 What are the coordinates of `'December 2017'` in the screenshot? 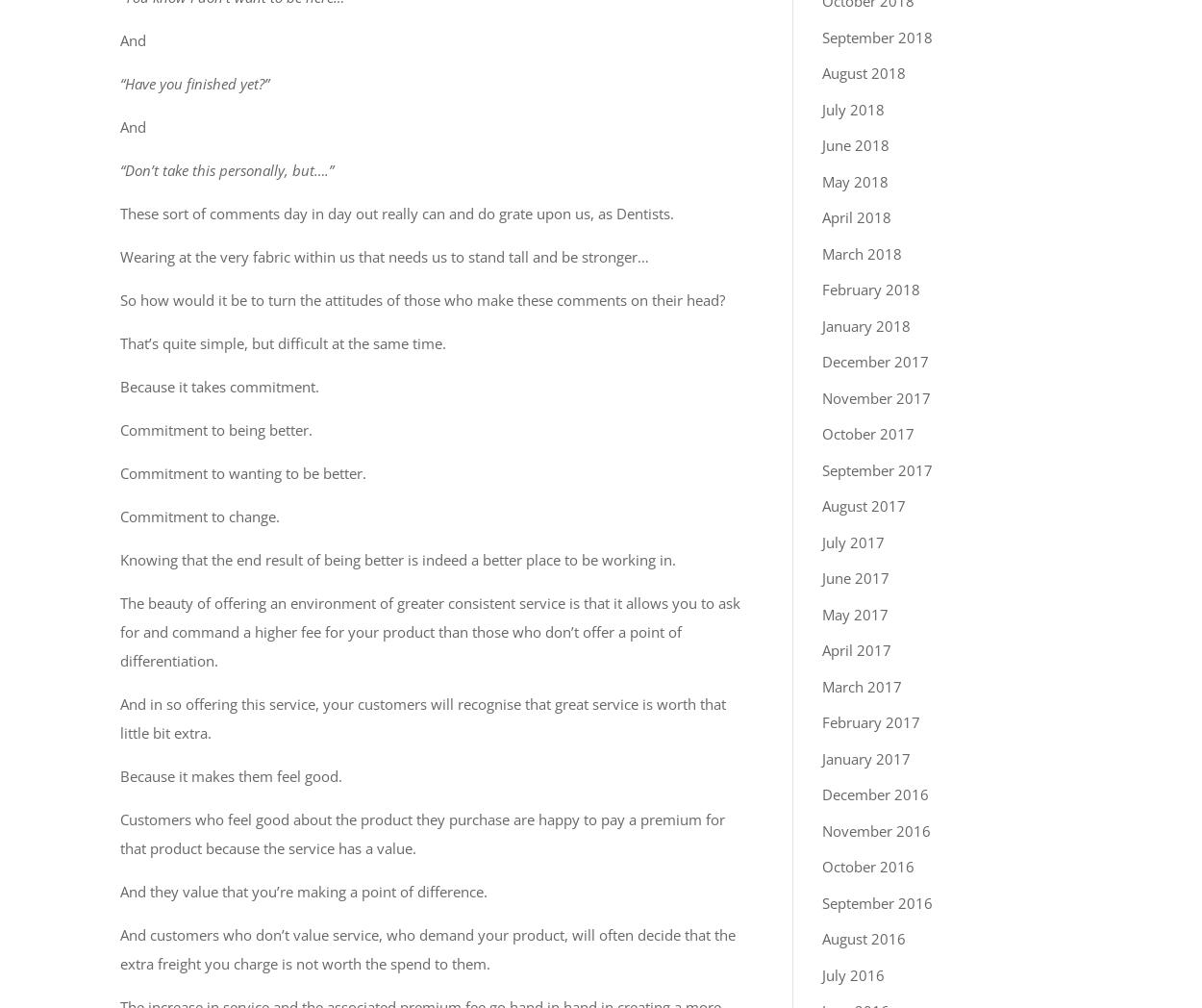 It's located at (875, 361).